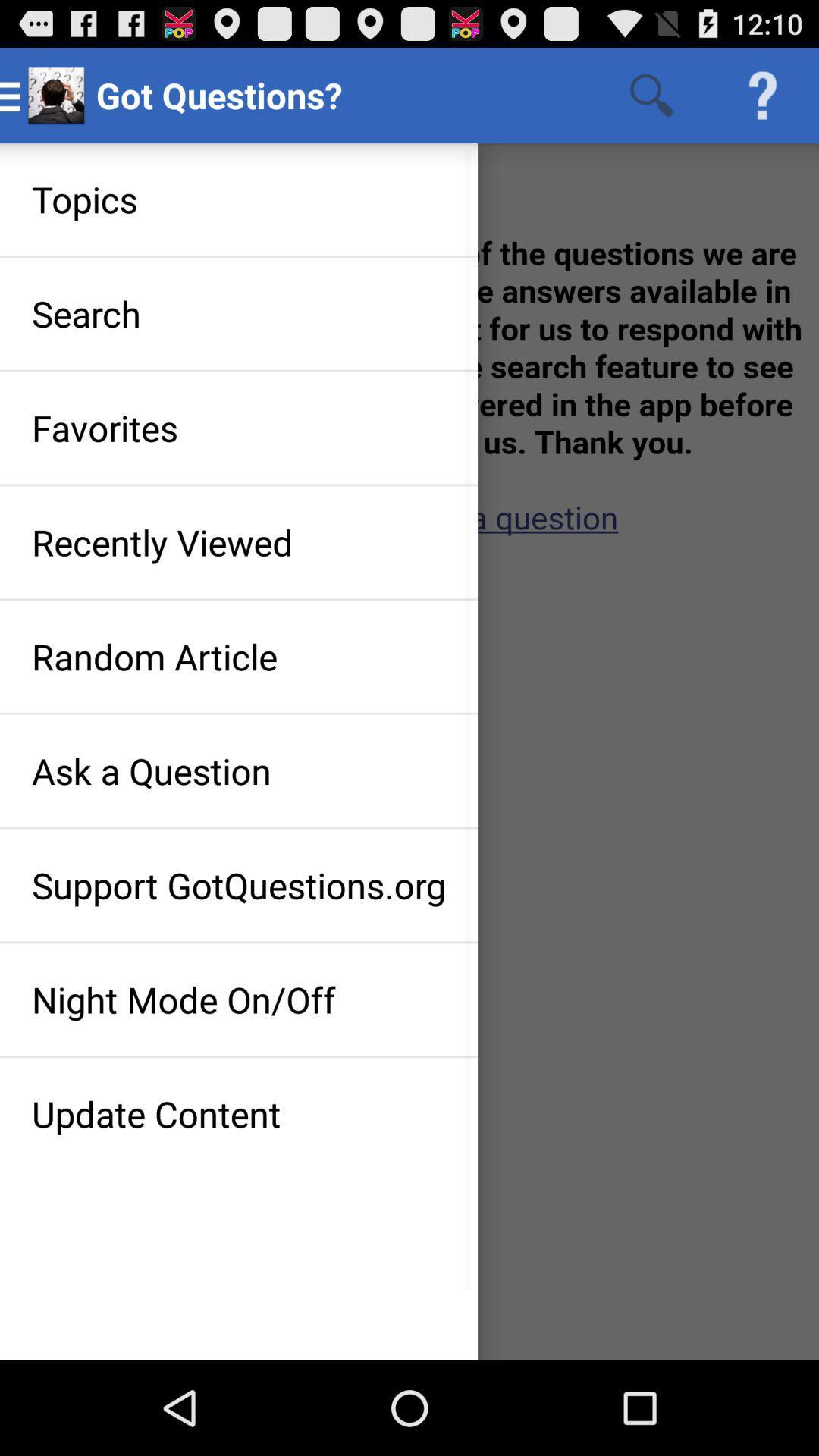  Describe the element at coordinates (651, 94) in the screenshot. I see `the search icon` at that location.